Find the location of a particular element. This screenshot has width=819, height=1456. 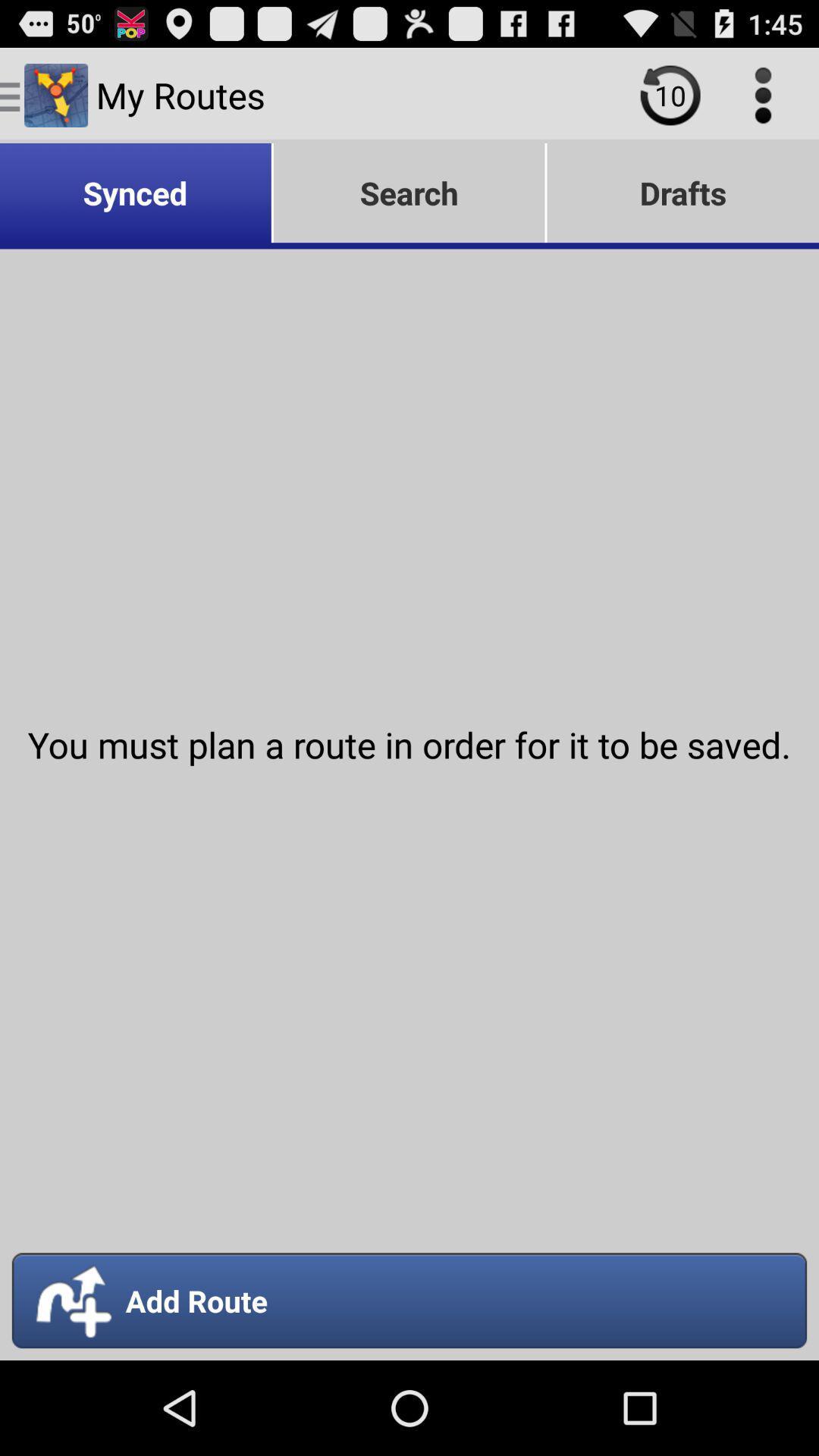

icon above drafts icon is located at coordinates (670, 94).